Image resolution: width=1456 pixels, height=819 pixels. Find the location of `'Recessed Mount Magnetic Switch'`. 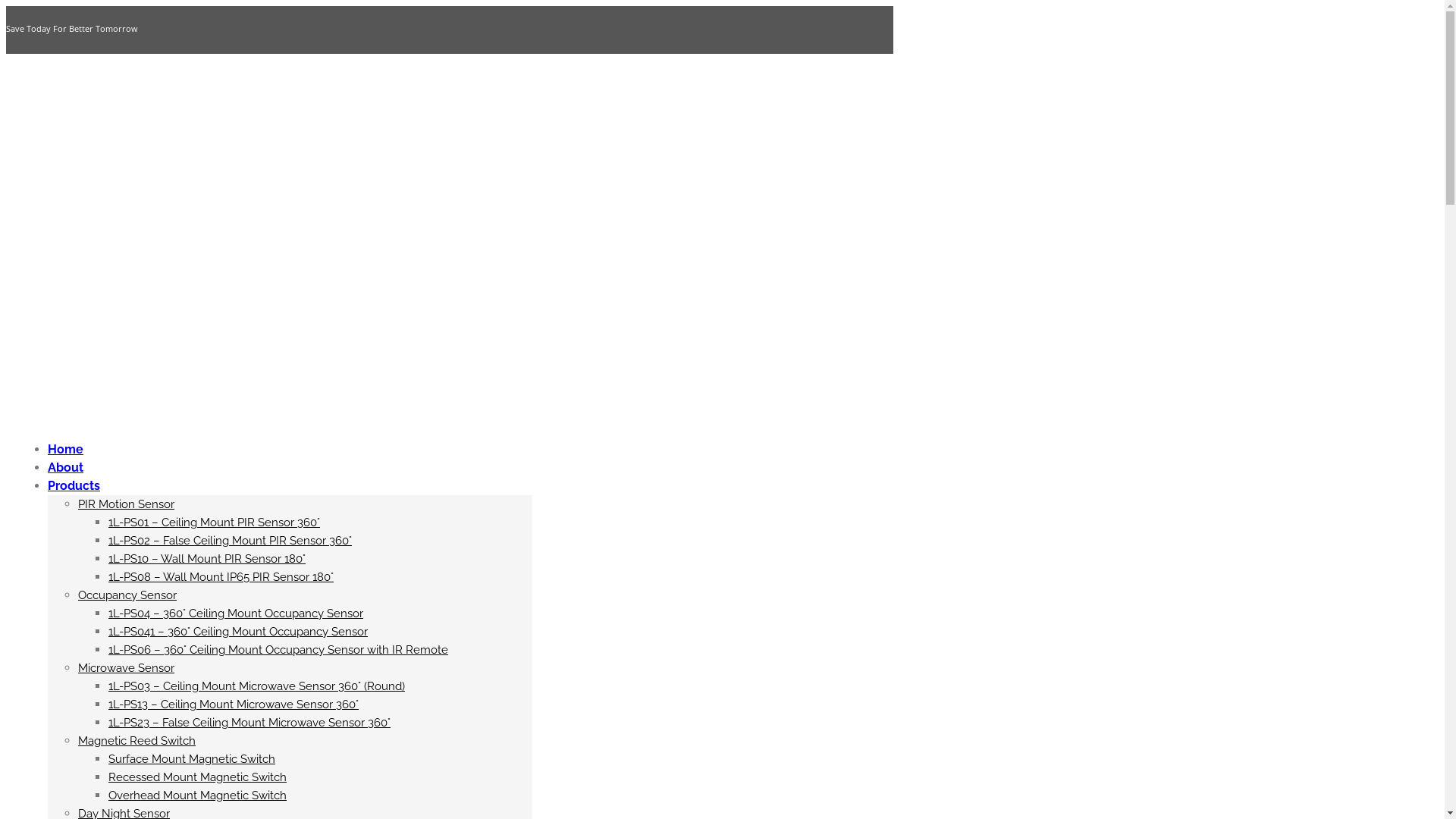

'Recessed Mount Magnetic Switch' is located at coordinates (196, 777).